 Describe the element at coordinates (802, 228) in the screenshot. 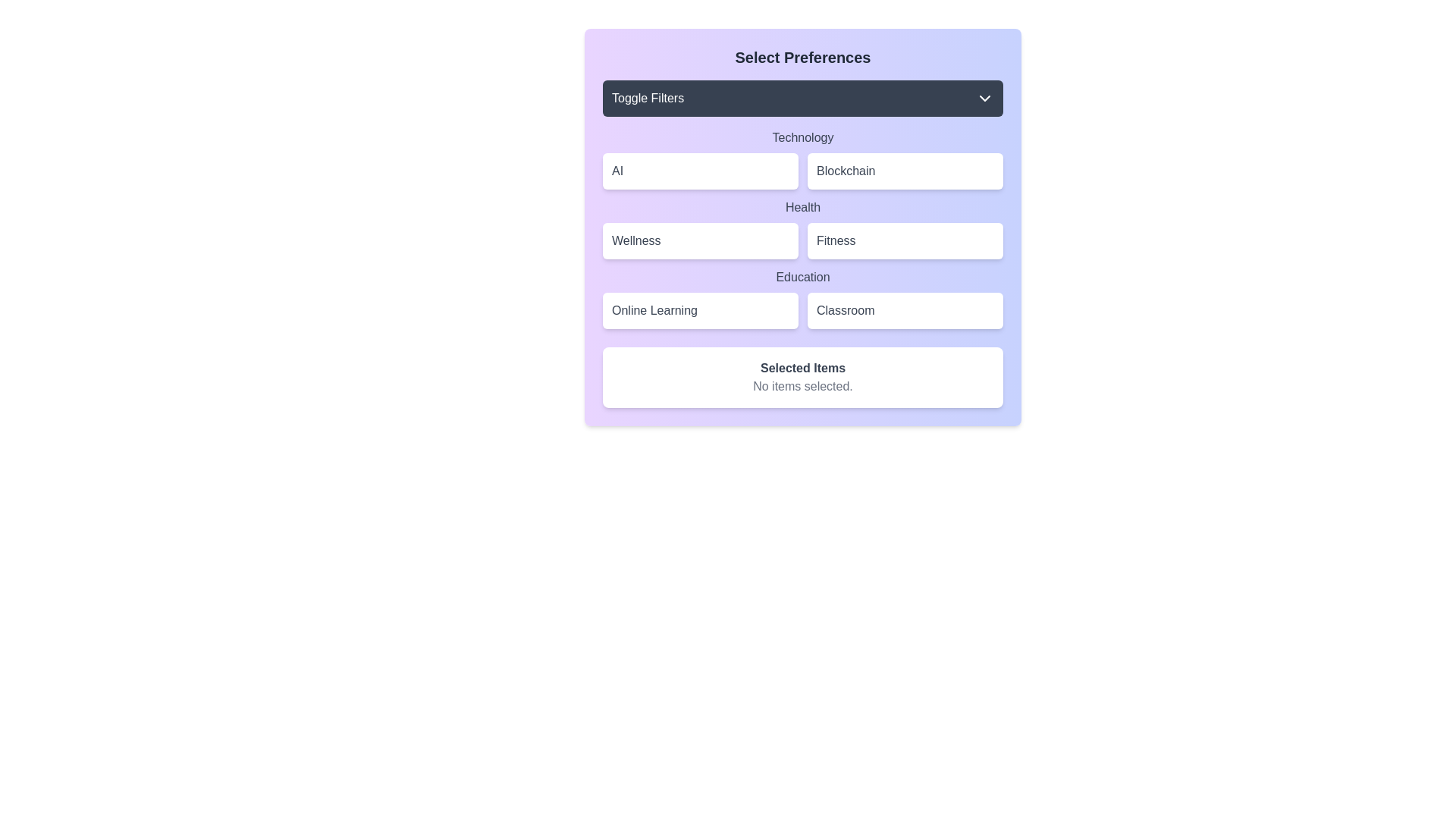

I see `the 'Fitness' button in the 'Health' category box` at that location.